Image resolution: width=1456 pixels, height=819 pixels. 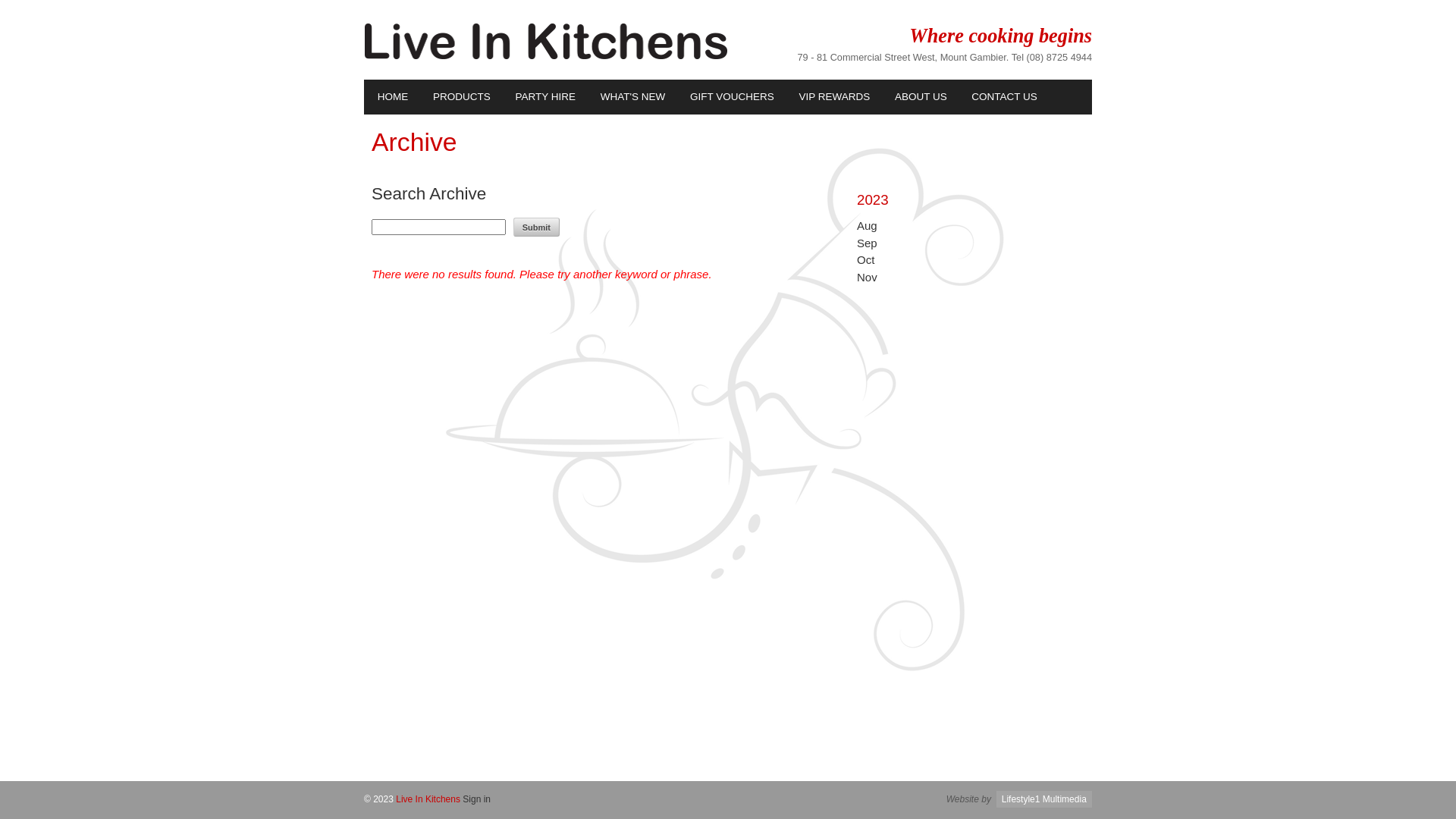 I want to click on 'Nov', so click(x=867, y=277).